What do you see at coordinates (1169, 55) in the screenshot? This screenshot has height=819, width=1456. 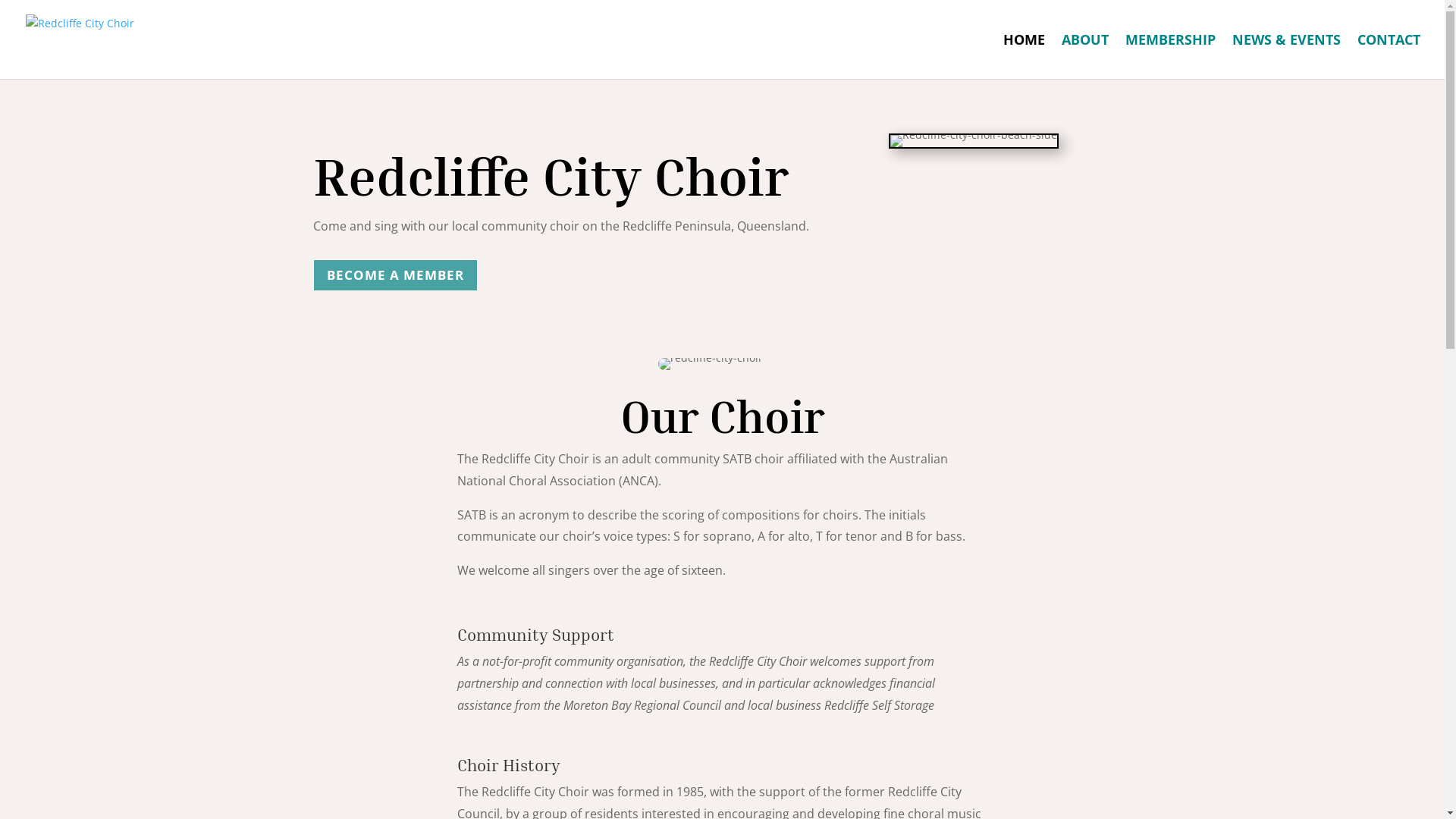 I see `'MEMBERSHIP'` at bounding box center [1169, 55].